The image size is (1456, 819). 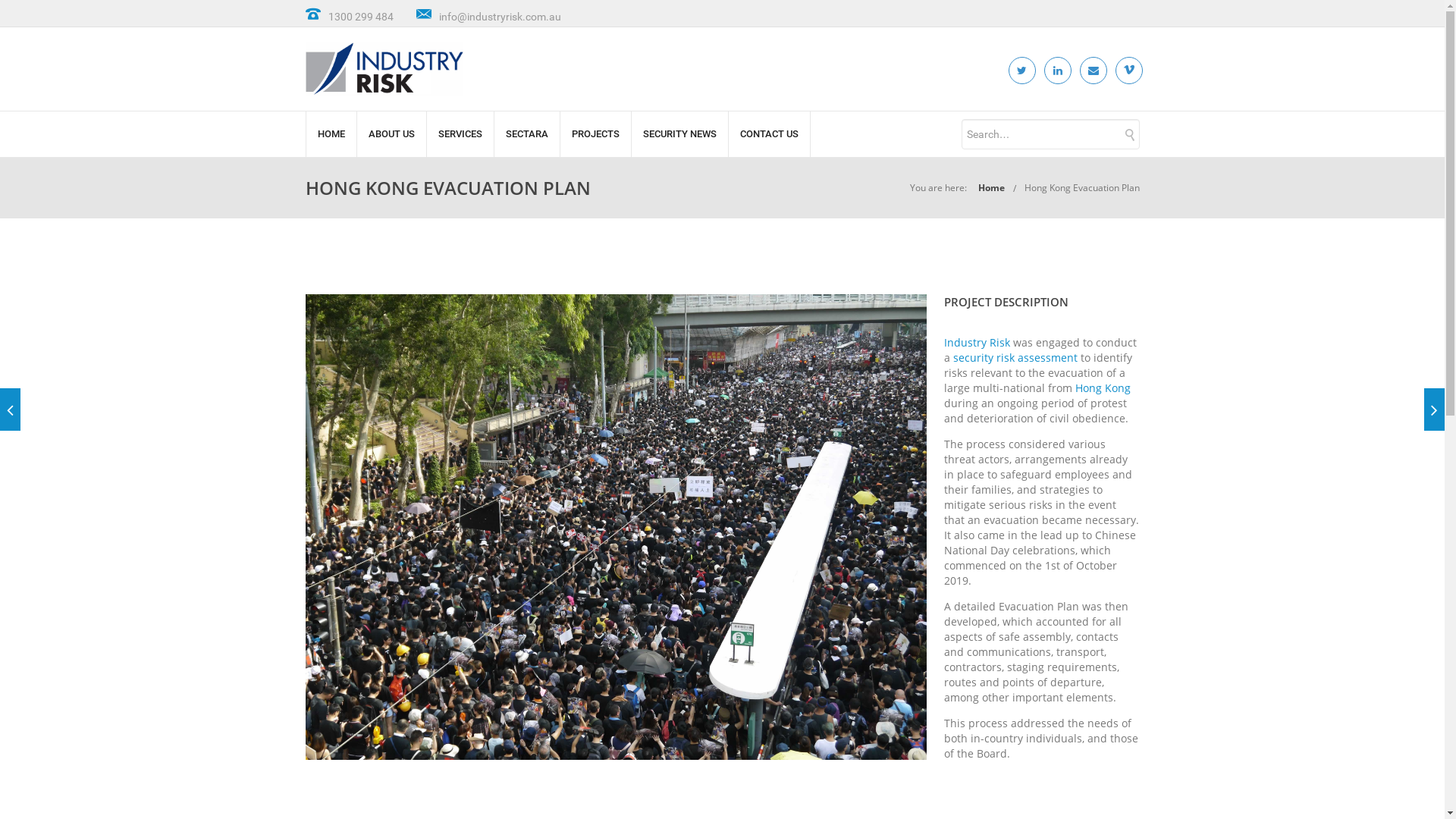 What do you see at coordinates (359, 17) in the screenshot?
I see `'1300 299 484'` at bounding box center [359, 17].